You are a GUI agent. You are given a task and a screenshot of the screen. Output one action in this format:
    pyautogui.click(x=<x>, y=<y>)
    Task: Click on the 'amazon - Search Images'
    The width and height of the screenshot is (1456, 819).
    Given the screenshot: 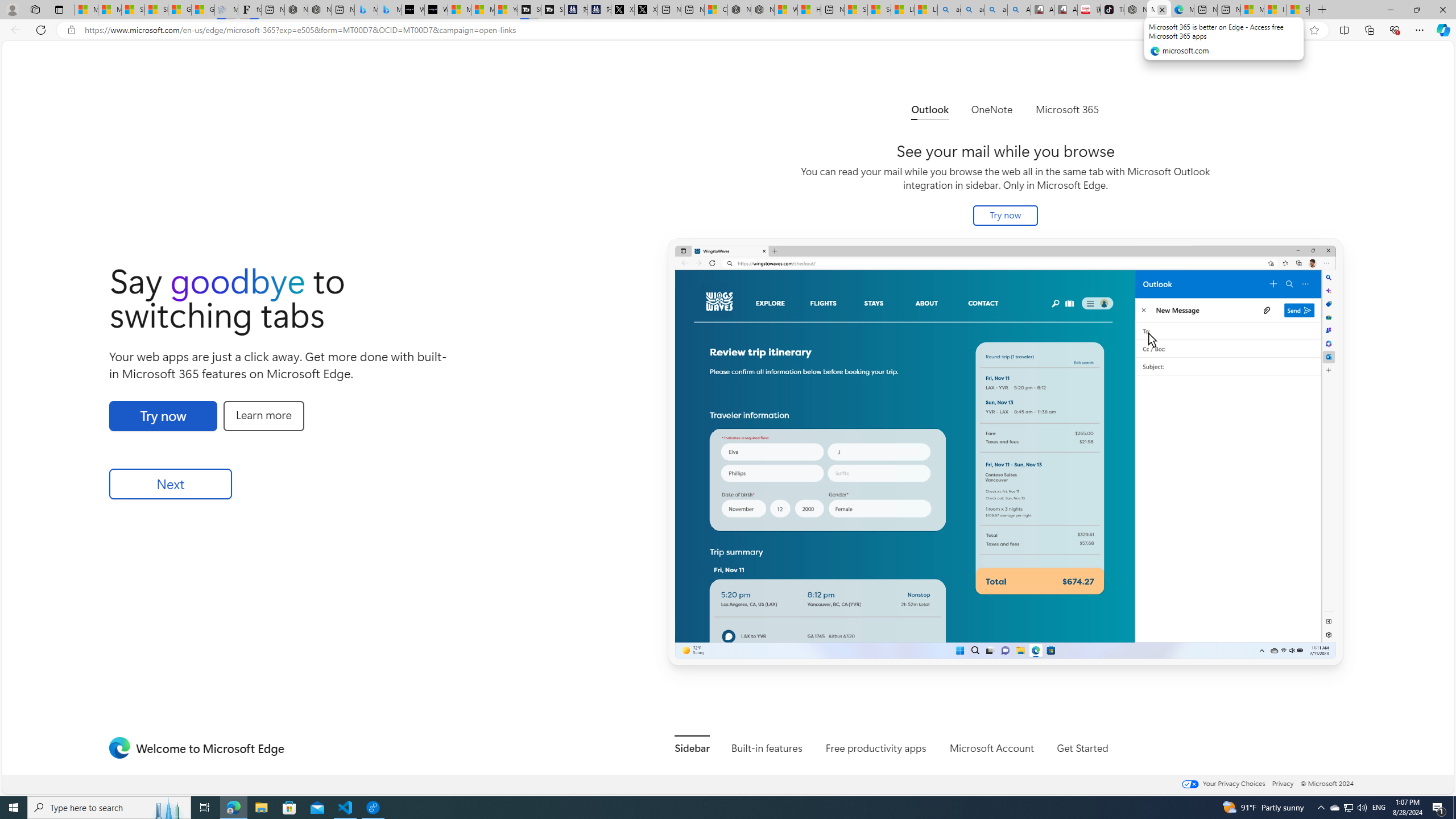 What is the action you would take?
    pyautogui.click(x=995, y=9)
    